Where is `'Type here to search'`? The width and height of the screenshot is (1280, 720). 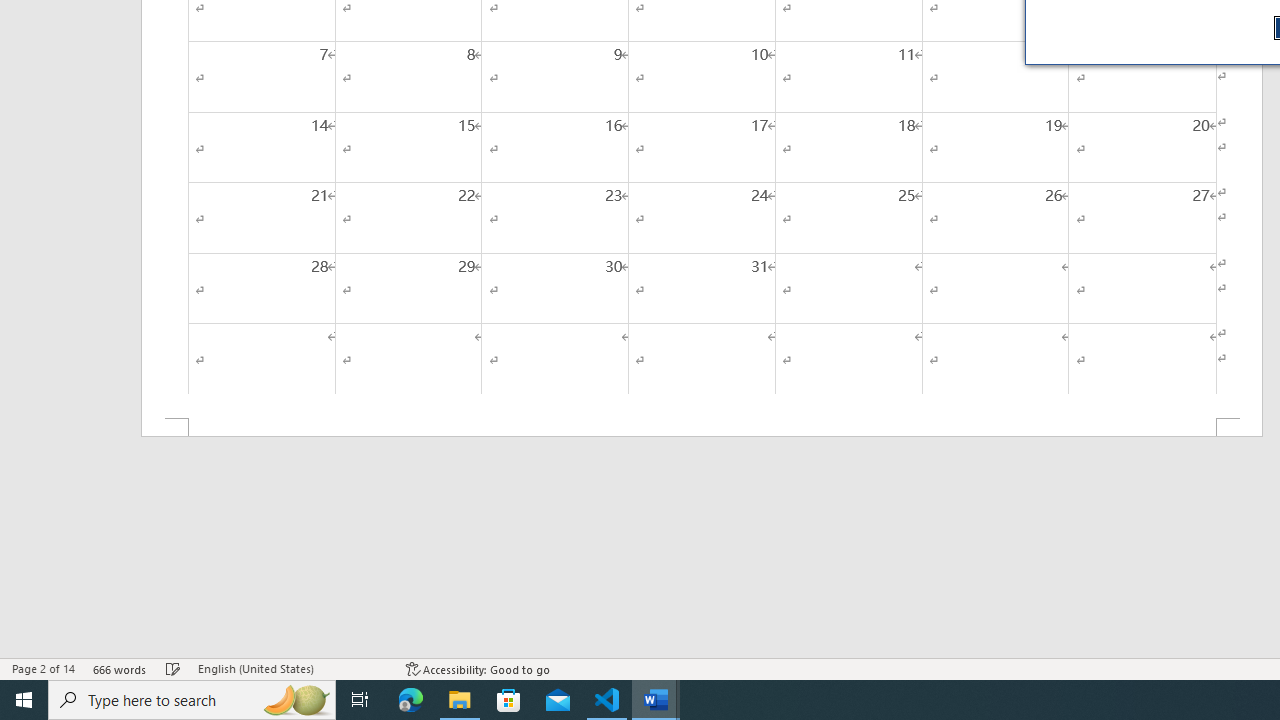 'Type here to search' is located at coordinates (192, 698).